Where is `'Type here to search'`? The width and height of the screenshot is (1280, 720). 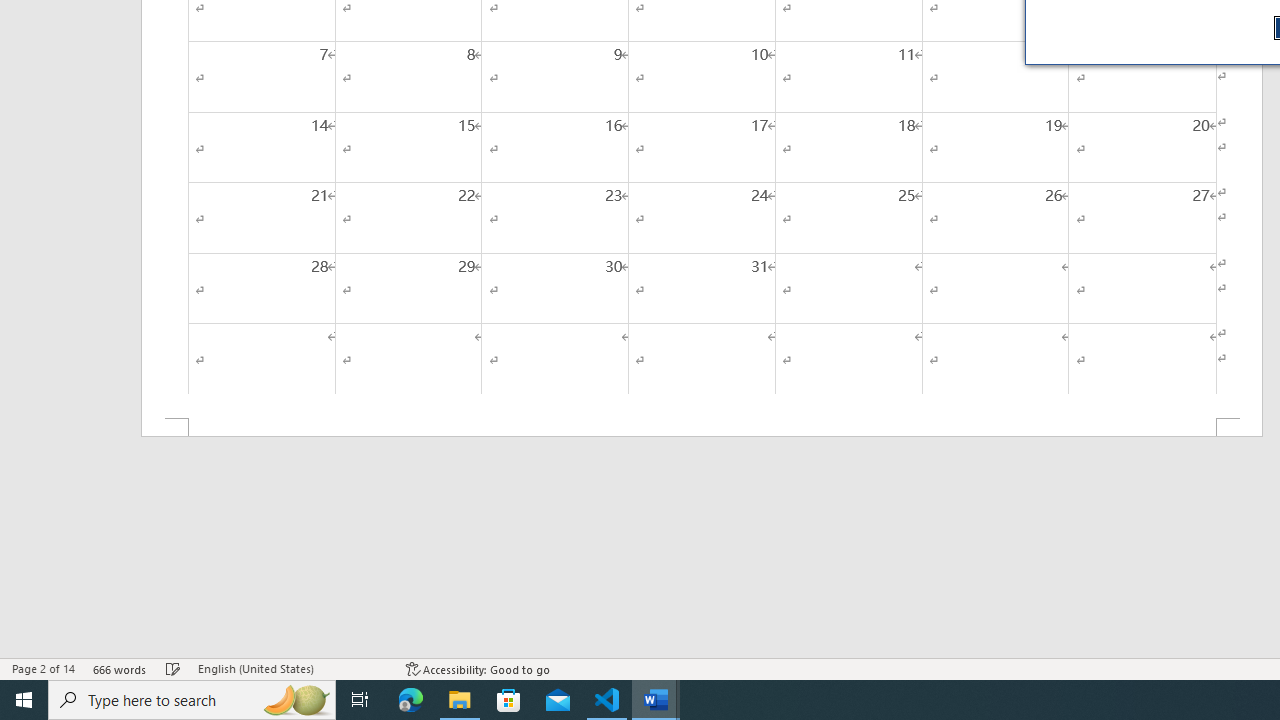 'Type here to search' is located at coordinates (192, 698).